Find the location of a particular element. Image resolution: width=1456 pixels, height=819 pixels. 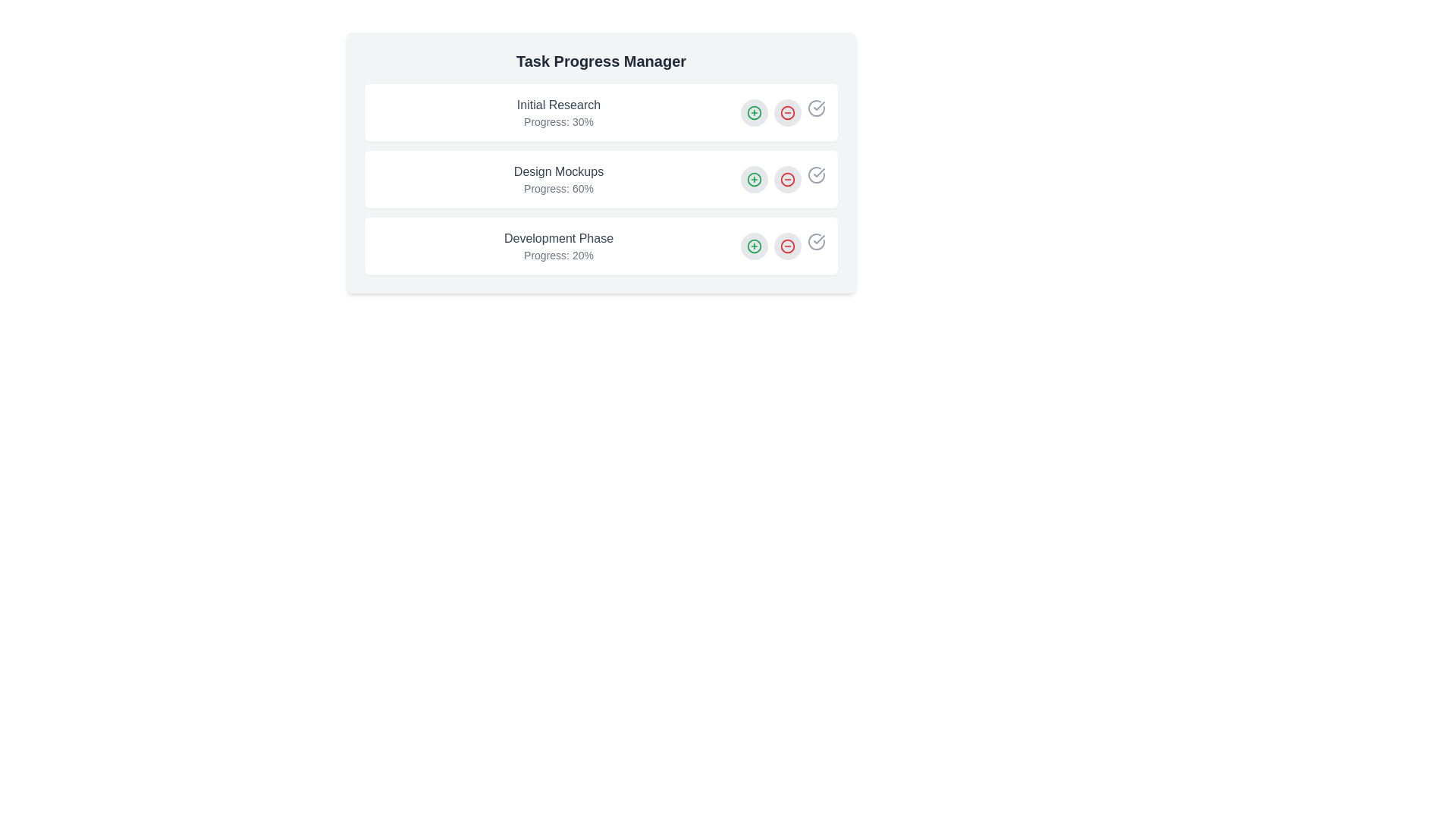

text content of the textual label displaying 'Development Phase' and 'Progress: 20%' located in the third row of the task cards is located at coordinates (558, 245).